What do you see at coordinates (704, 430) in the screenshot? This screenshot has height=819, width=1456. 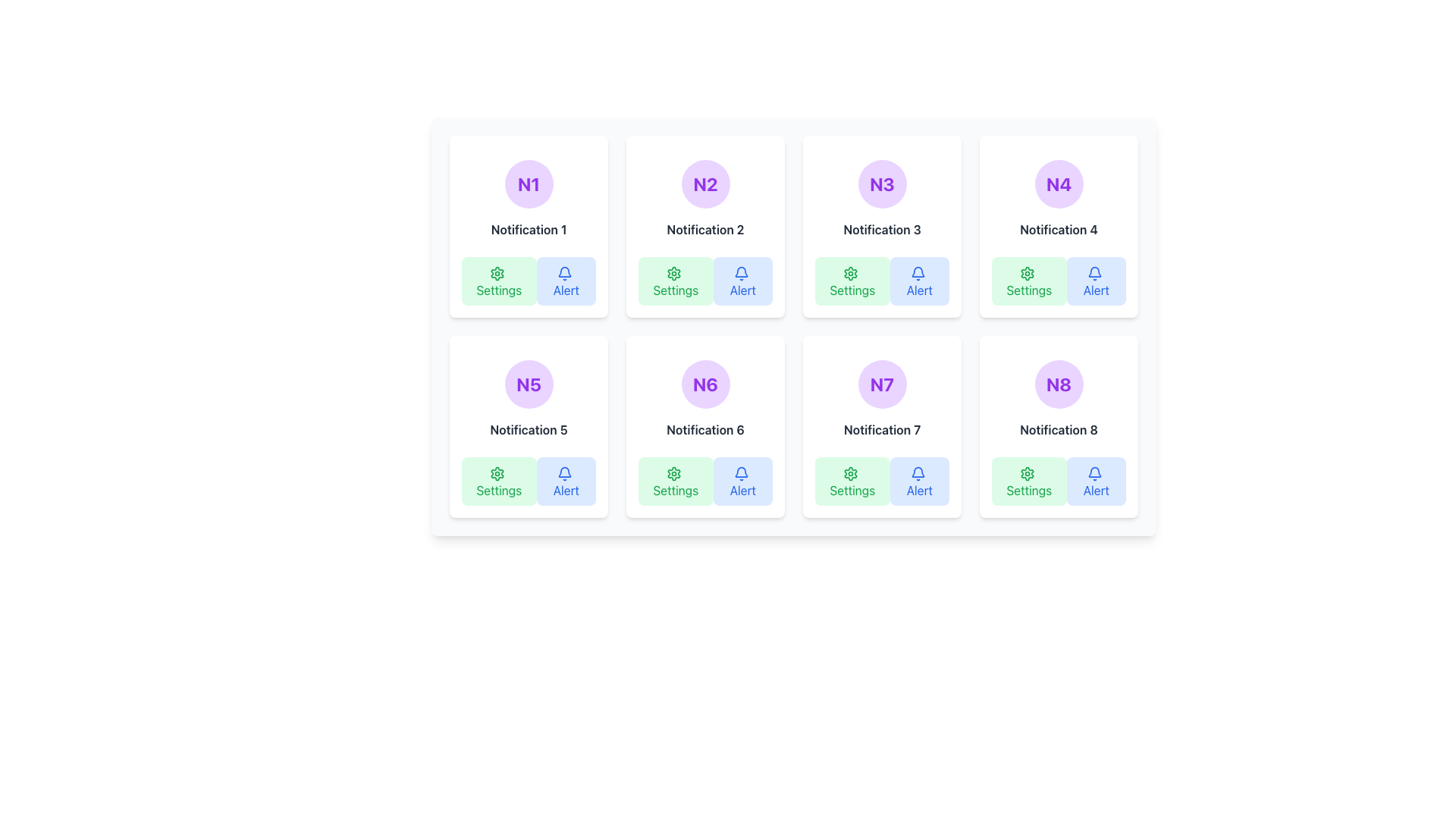 I see `the non-interactive text label that indicates the notification number or type, which is center-aligned within the sixth card in a grid layout, located in the second row and third column` at bounding box center [704, 430].